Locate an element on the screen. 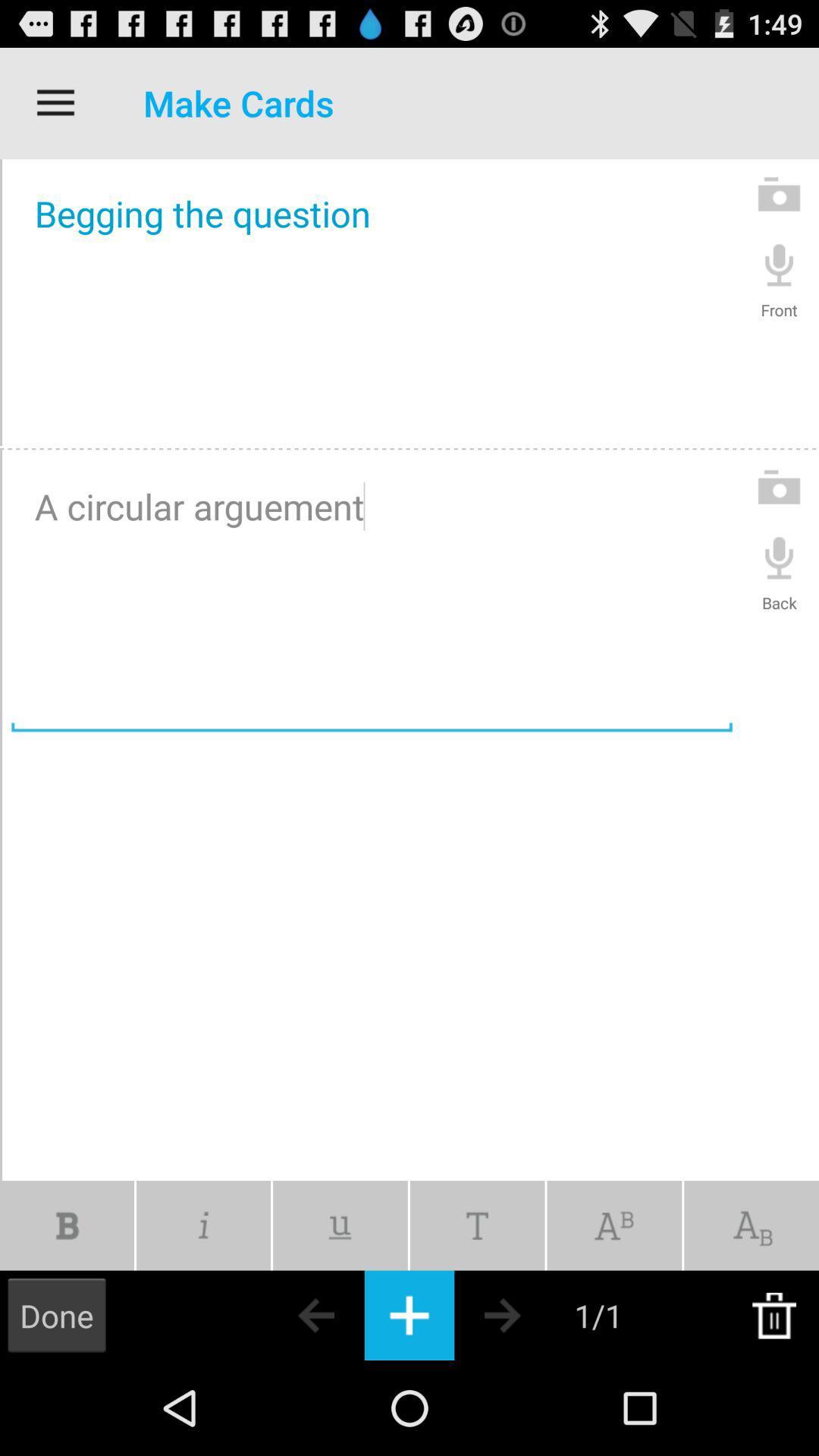  change text element is located at coordinates (752, 1225).